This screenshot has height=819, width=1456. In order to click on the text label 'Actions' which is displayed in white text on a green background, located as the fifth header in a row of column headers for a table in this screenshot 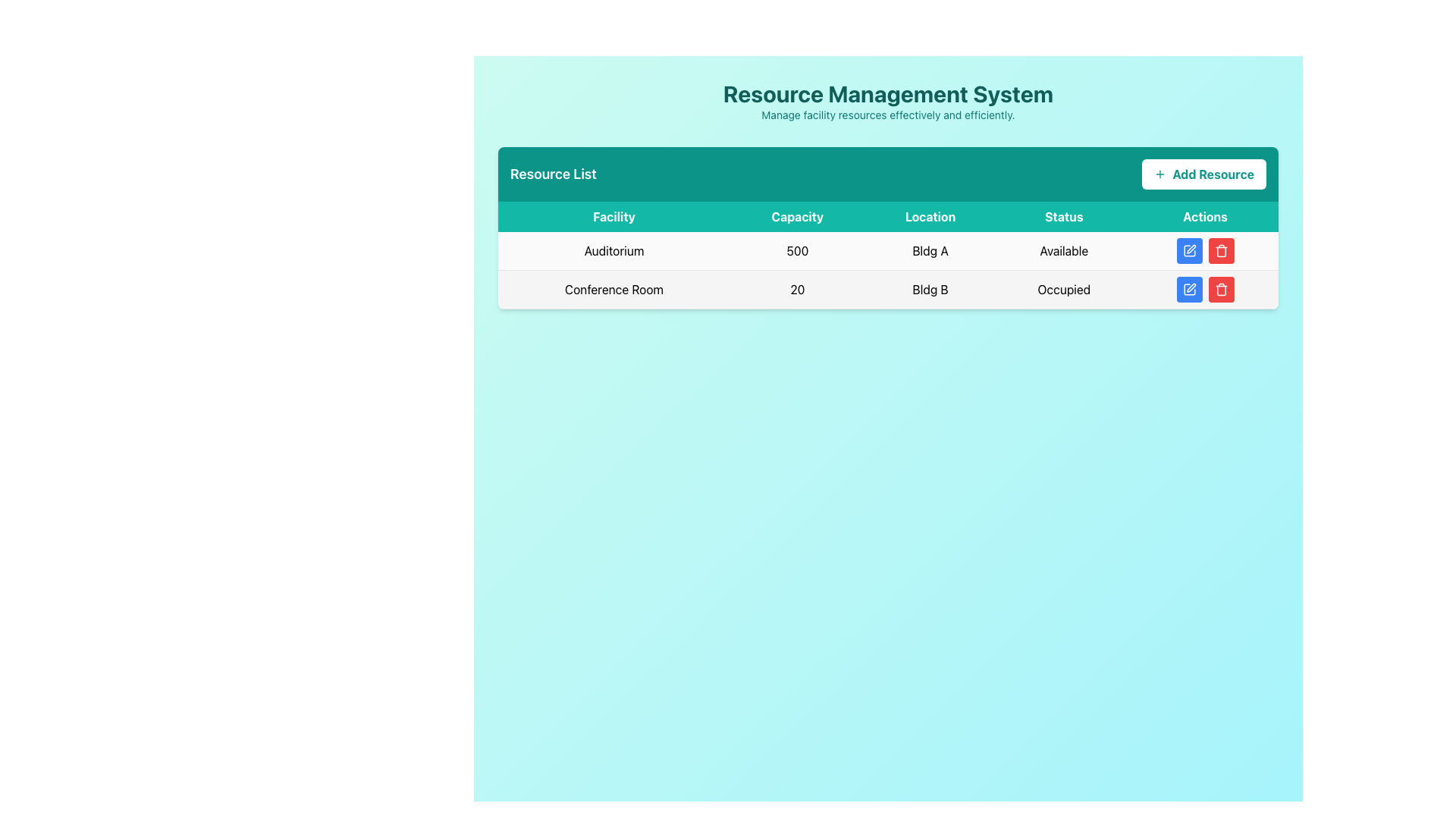, I will do `click(1204, 216)`.